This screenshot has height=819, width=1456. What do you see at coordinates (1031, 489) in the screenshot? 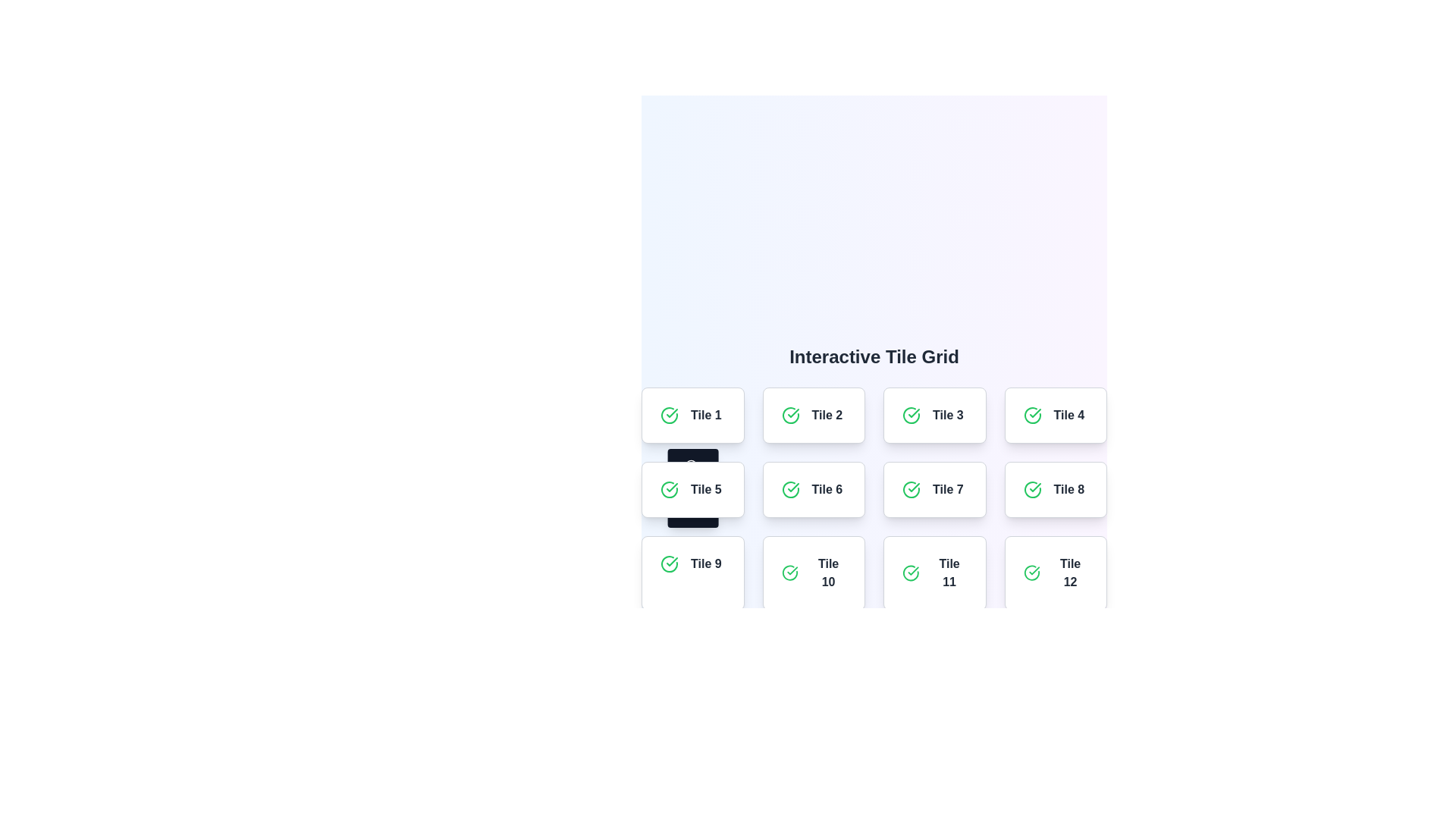
I see `the status represented by the circular graphical icon with a checkmark associated with 'Tile 8'` at bounding box center [1031, 489].